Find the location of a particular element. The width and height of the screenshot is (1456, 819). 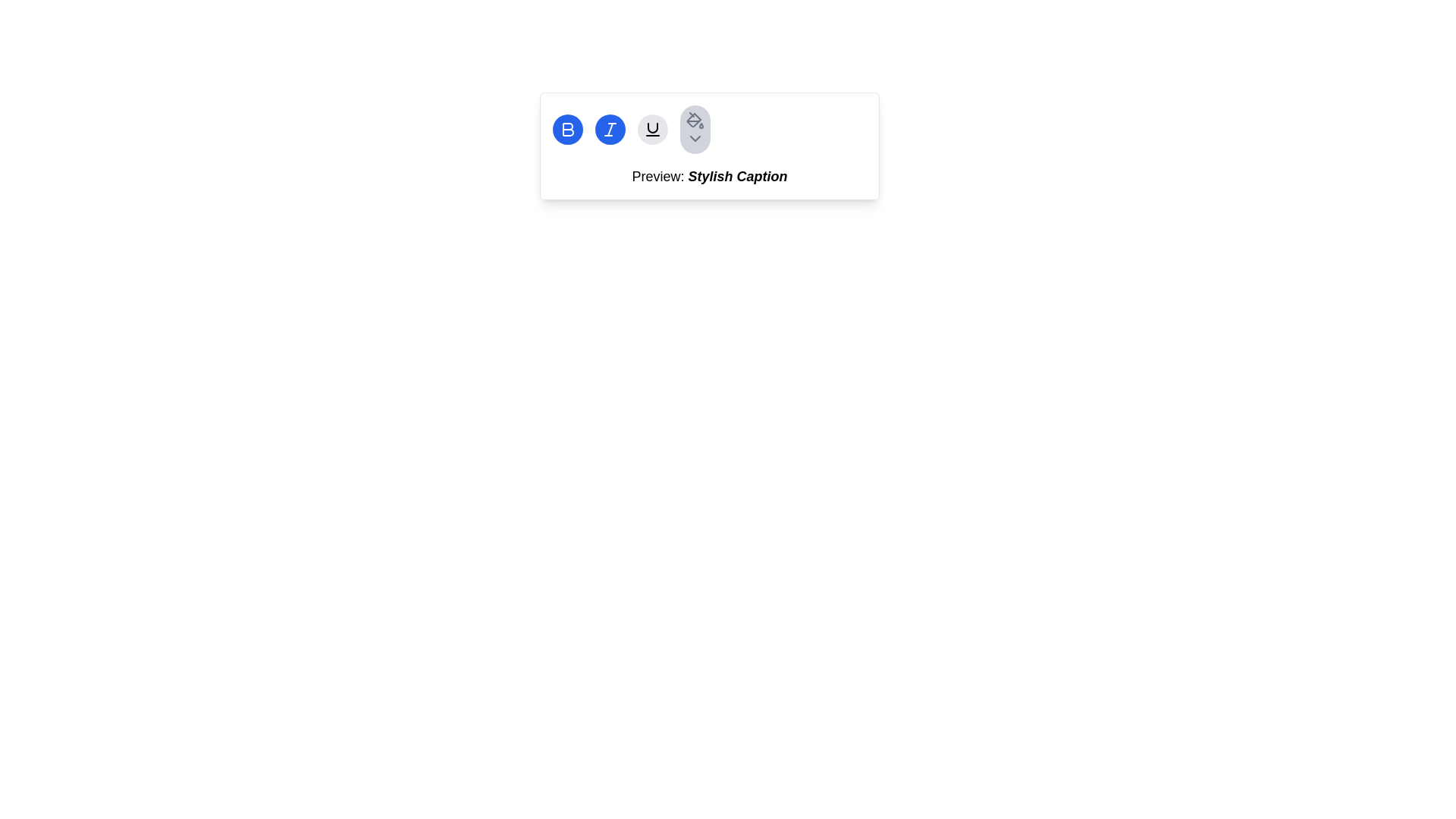

the paint bucket icon button in the toolbar is located at coordinates (694, 119).